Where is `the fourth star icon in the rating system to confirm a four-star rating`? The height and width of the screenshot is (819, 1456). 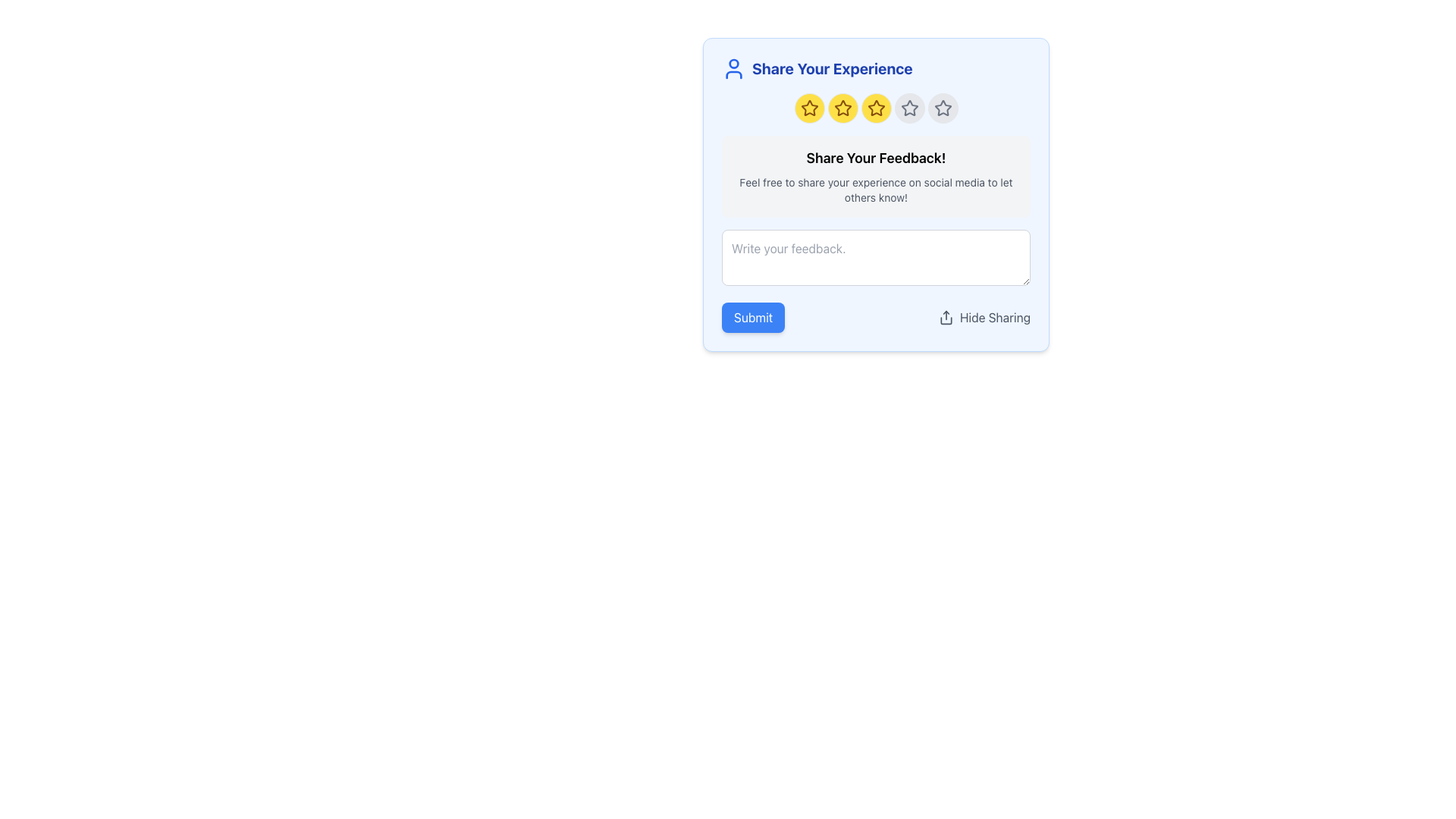 the fourth star icon in the rating system to confirm a four-star rating is located at coordinates (909, 107).